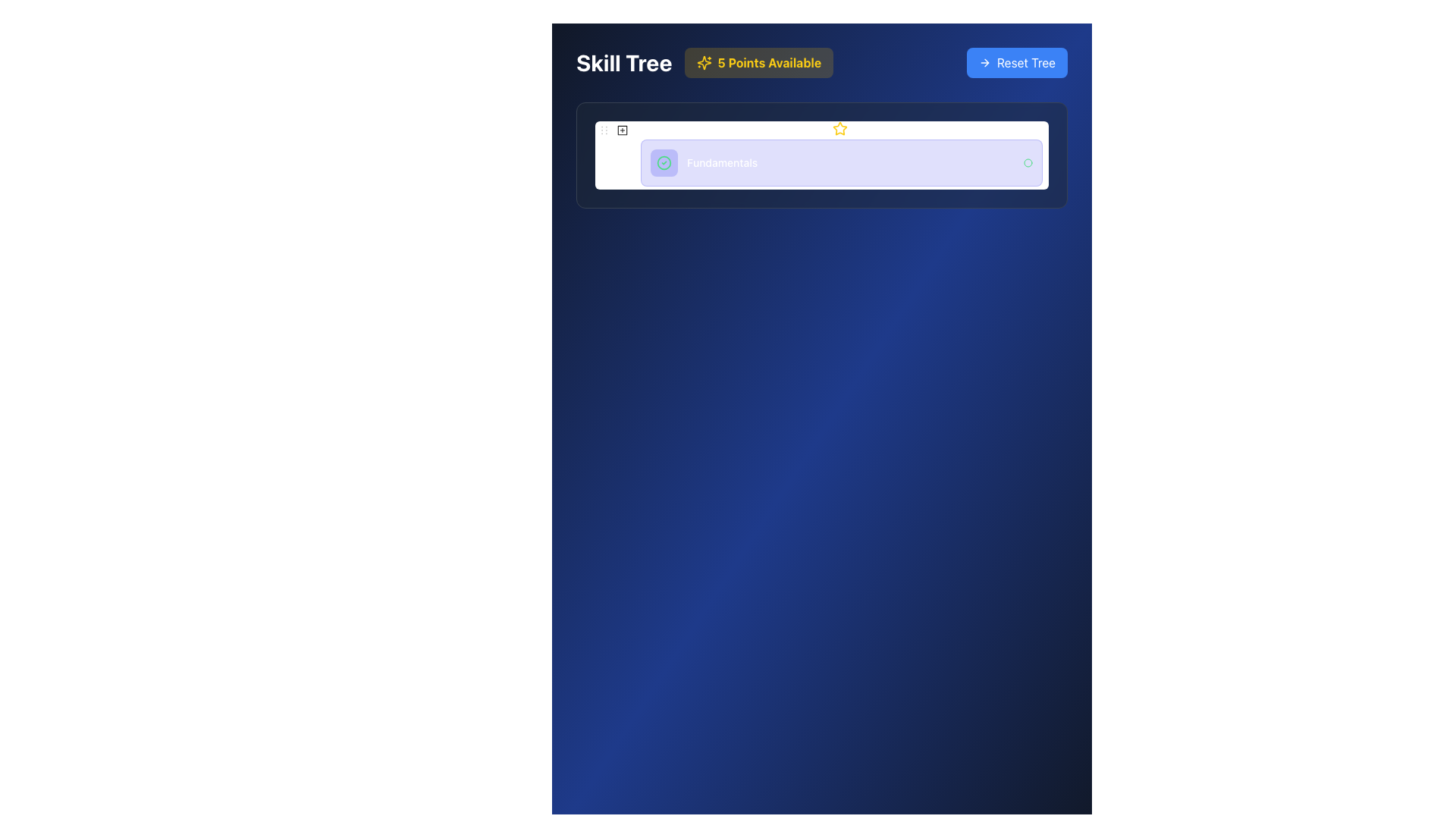  I want to click on the icon-based toggle button located adjacent to the label 'Fundamentals' in the hierarchical tree structure, so click(622, 130).